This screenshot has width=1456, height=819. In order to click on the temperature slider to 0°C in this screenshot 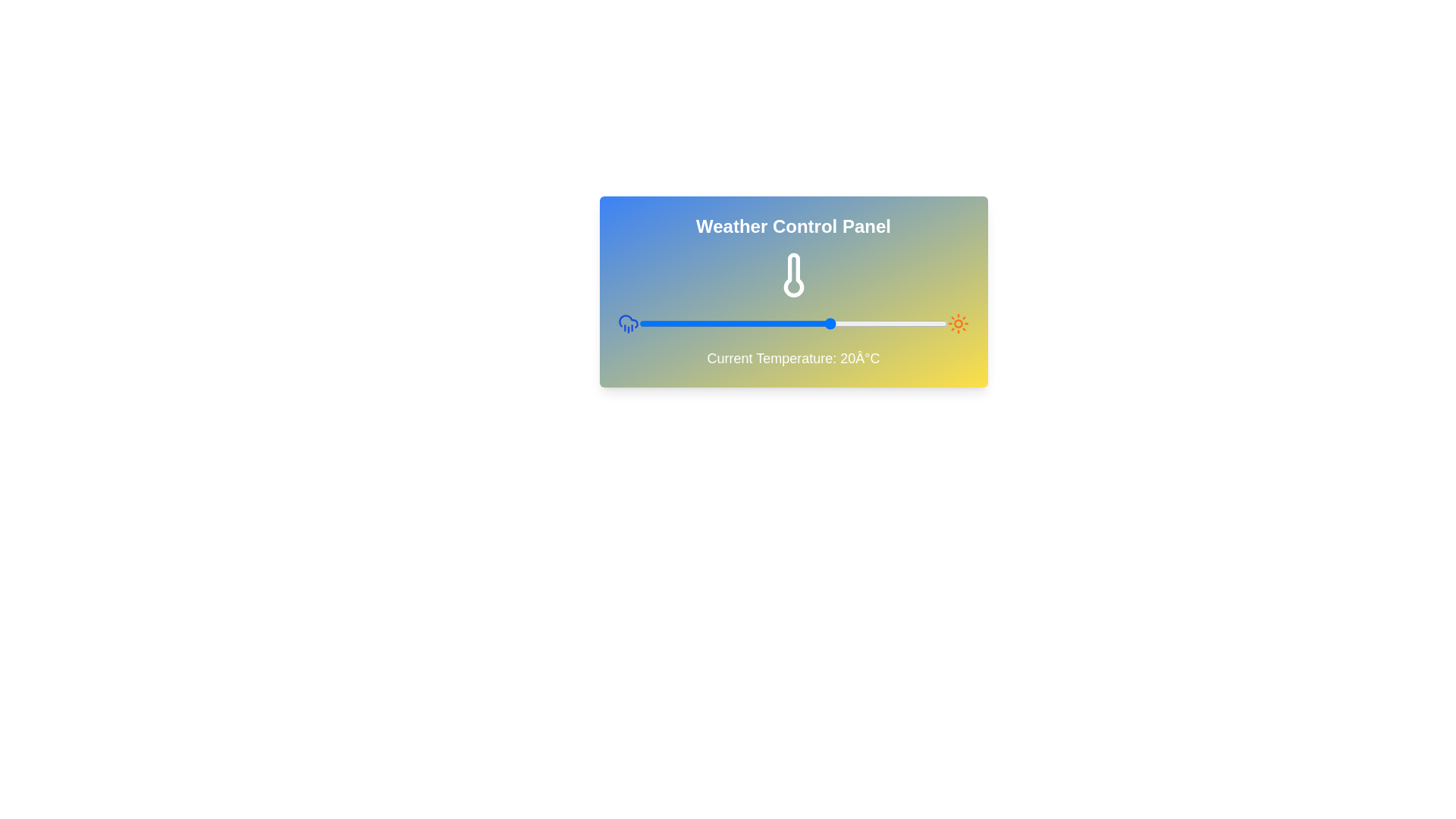, I will do `click(755, 323)`.